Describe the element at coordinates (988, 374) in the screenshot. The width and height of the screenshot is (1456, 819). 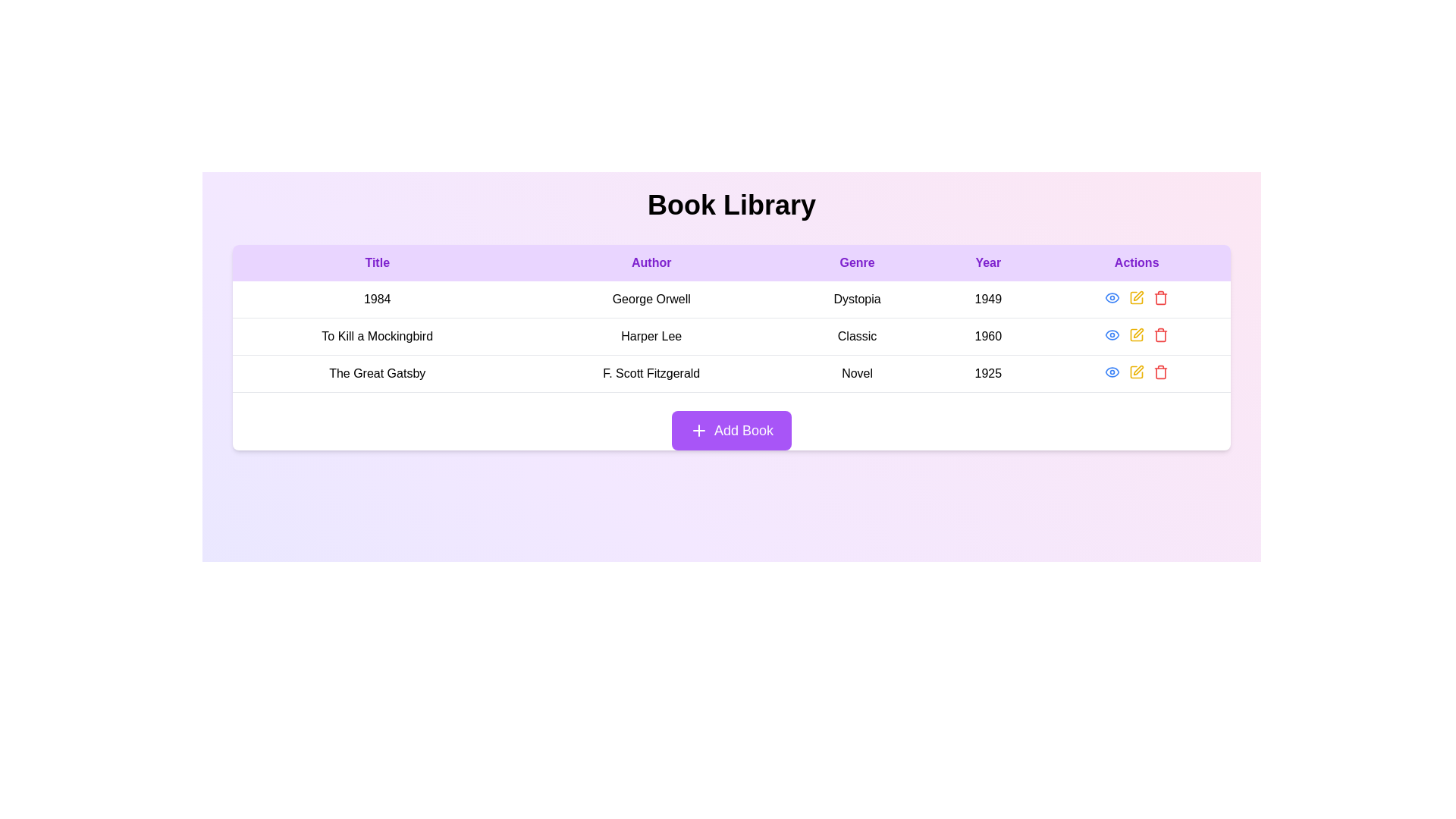
I see `the text displaying the publication year of 'The Great Gatsby' in the library's table, located in the fourth column under the 'Year' header` at that location.